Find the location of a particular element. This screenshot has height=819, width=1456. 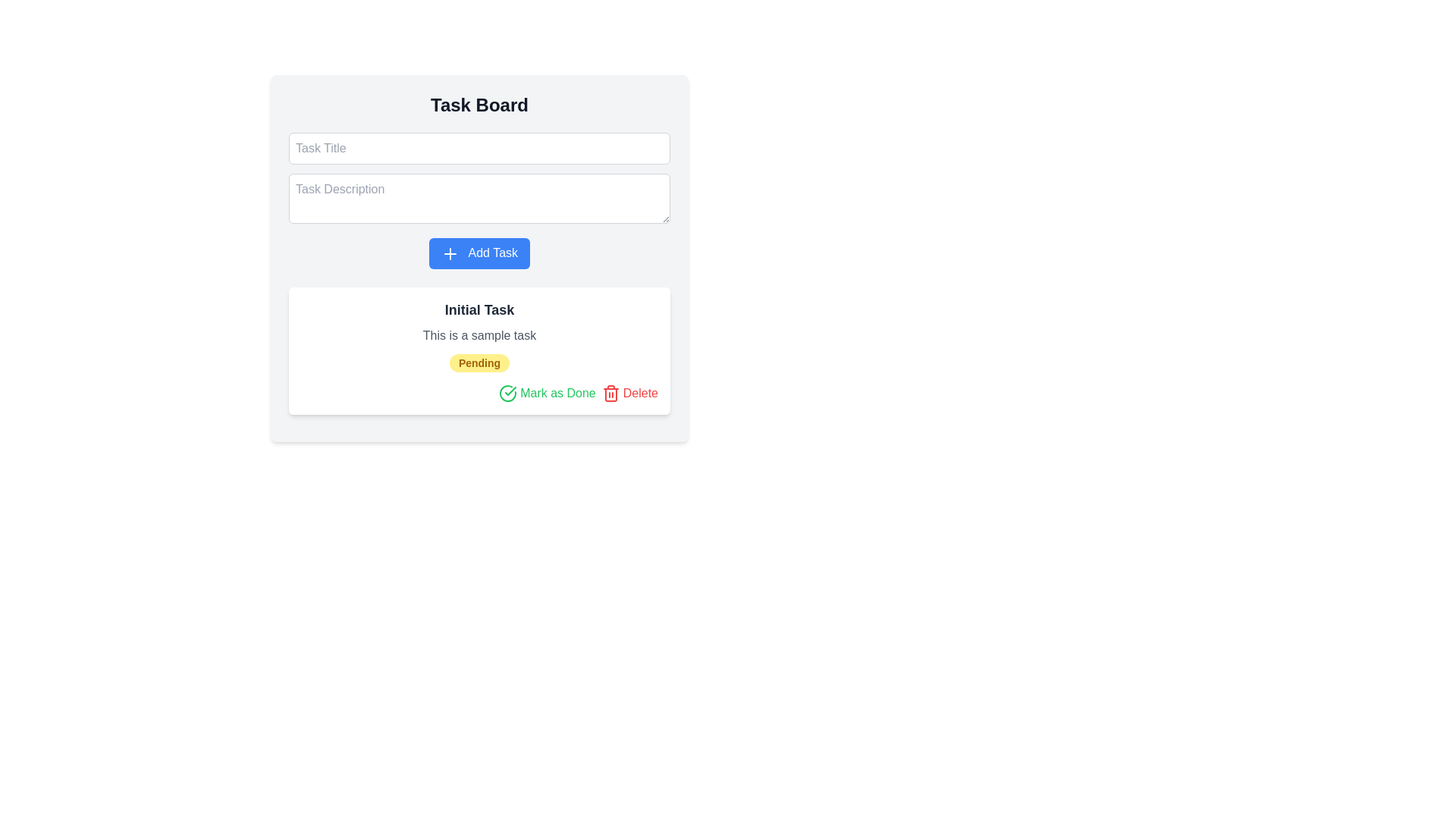

the button with an icon and label in the 'Initial Task' section is located at coordinates (546, 392).